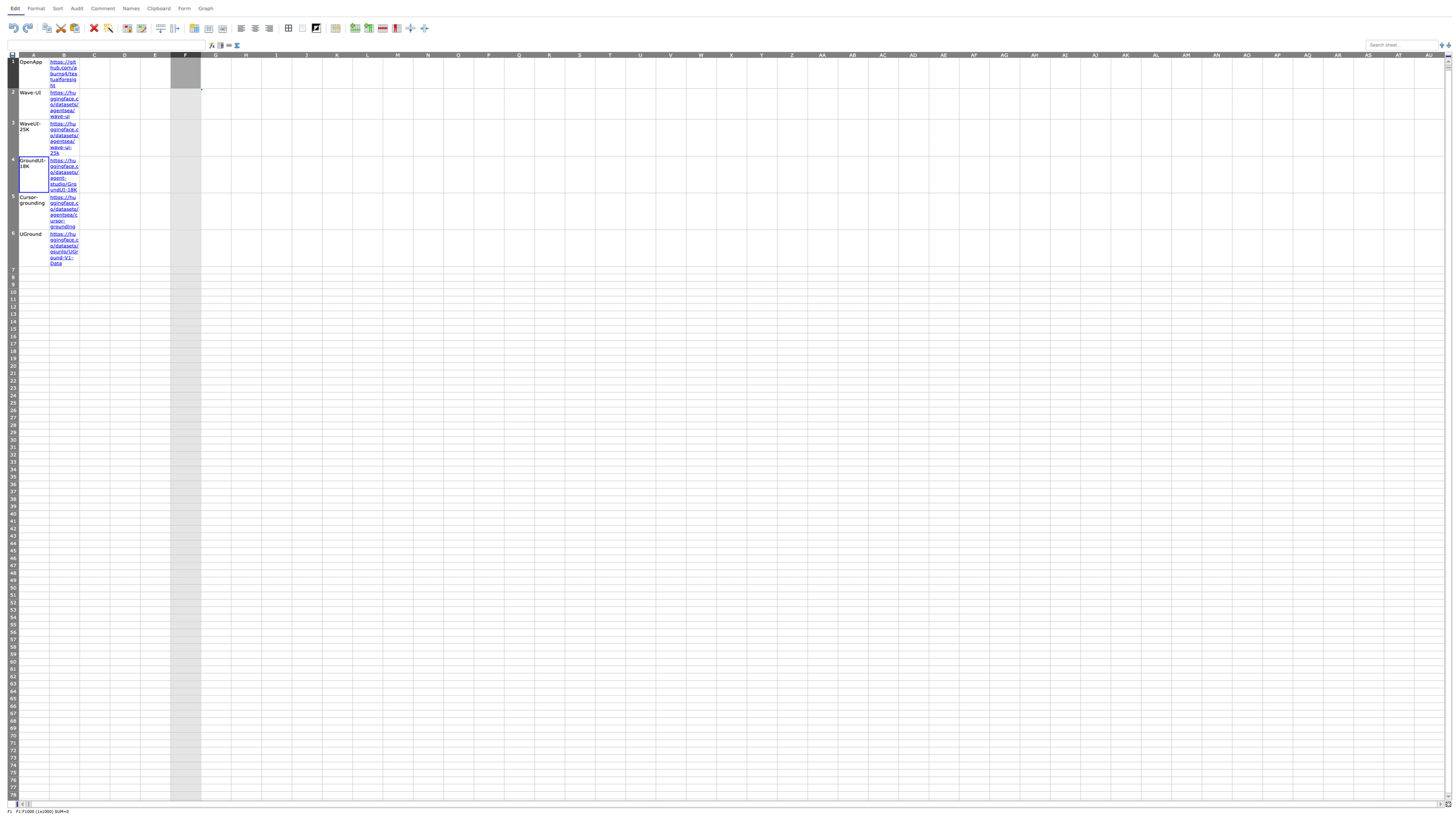 This screenshot has width=1456, height=819. Describe the element at coordinates (215, 54) in the screenshot. I see `column G` at that location.